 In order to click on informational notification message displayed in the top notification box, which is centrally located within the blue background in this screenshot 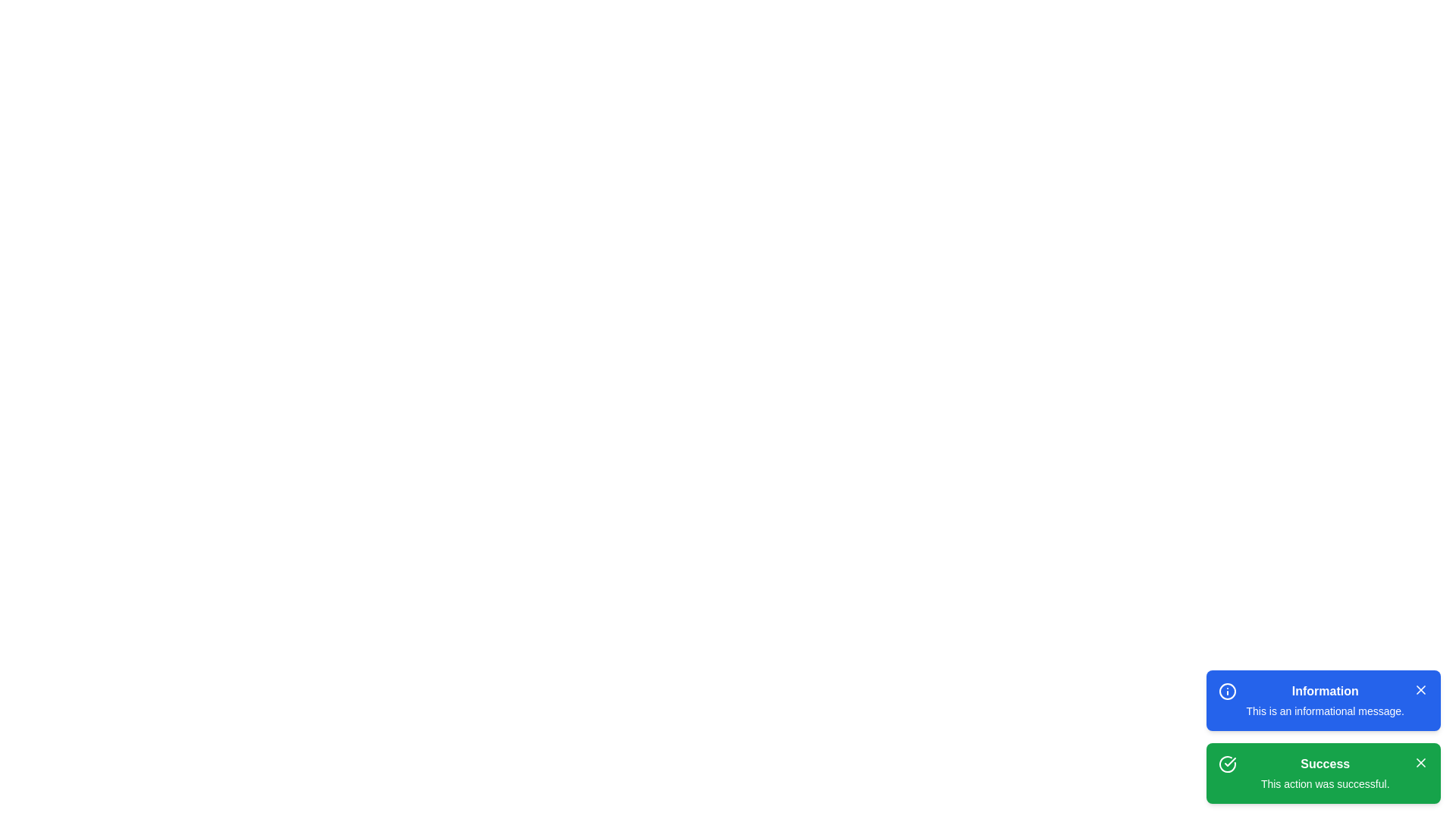, I will do `click(1324, 701)`.